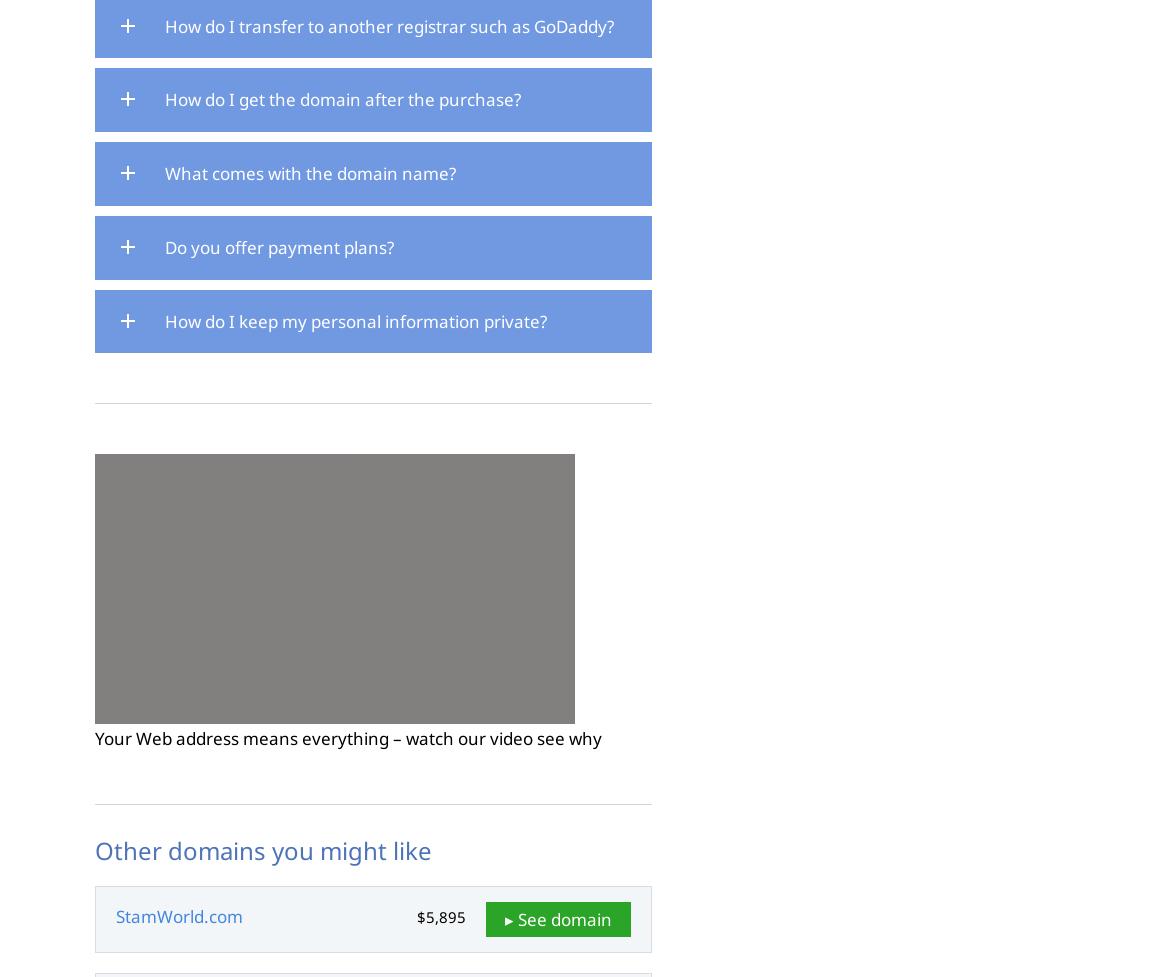 This screenshot has width=1150, height=977. What do you see at coordinates (348, 738) in the screenshot?
I see `'Your Web address means everything – watch our video see why'` at bounding box center [348, 738].